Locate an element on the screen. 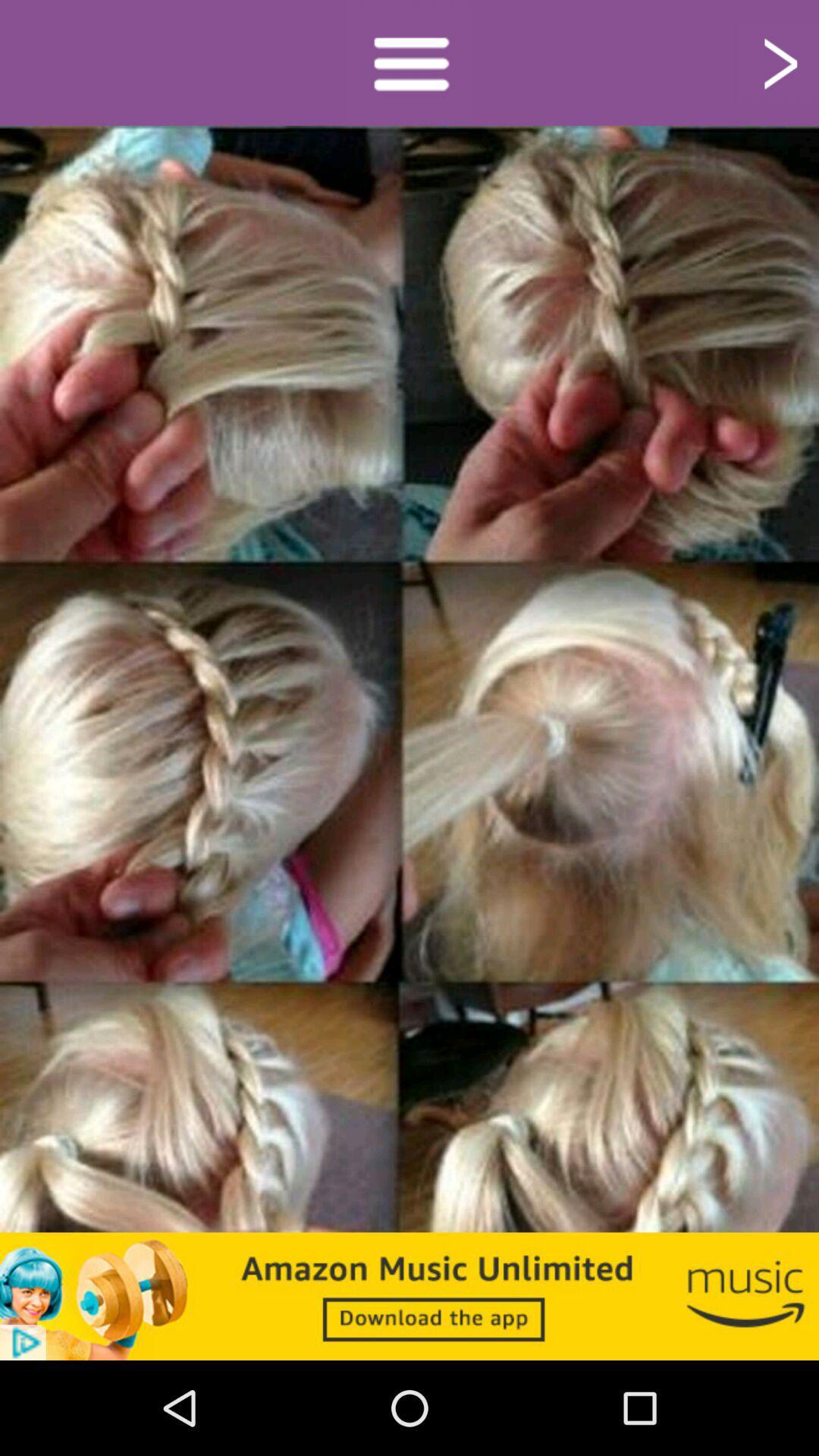 This screenshot has height=1456, width=819. options drop down is located at coordinates (409, 61).